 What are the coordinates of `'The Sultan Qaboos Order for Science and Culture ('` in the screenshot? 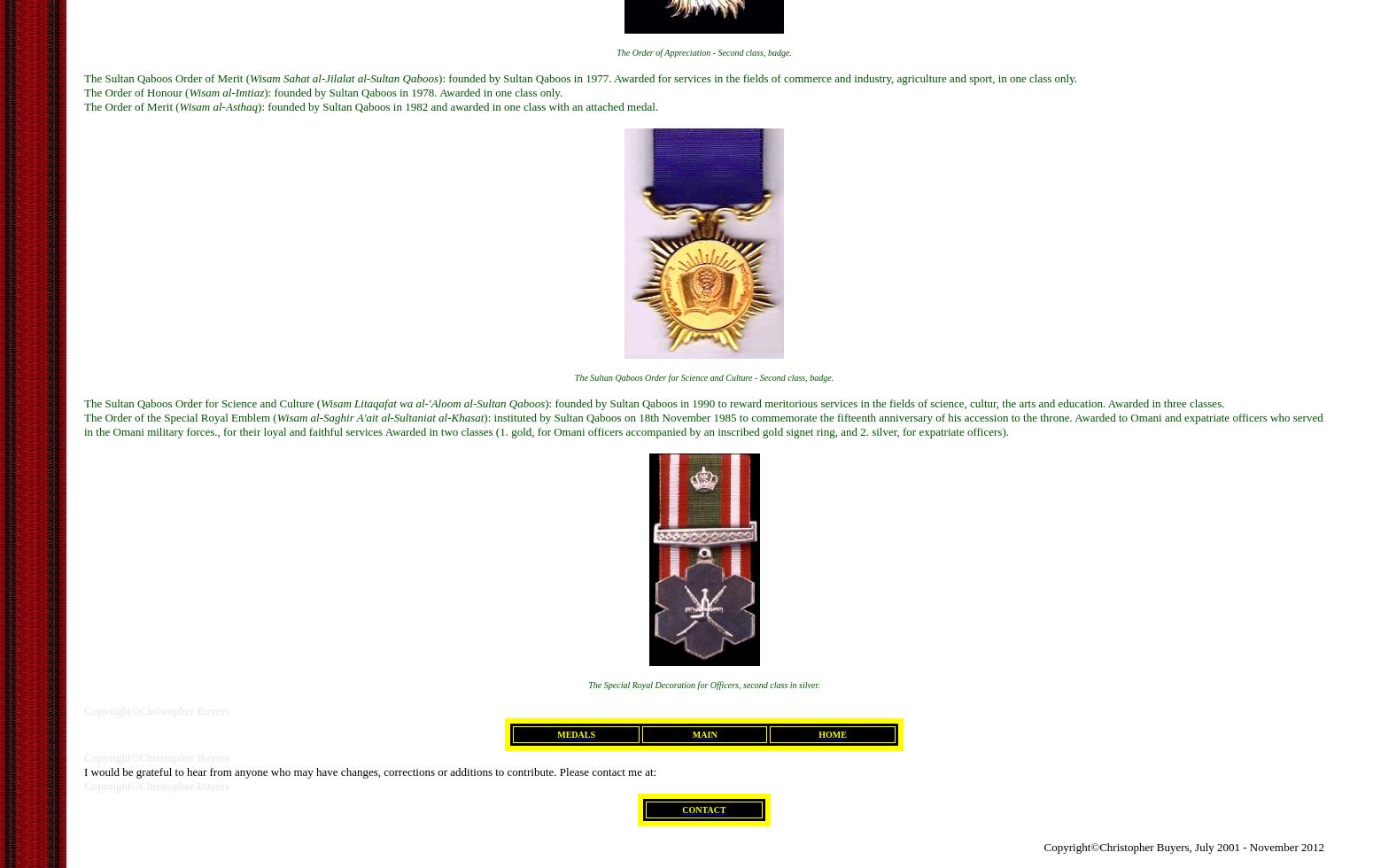 It's located at (84, 402).